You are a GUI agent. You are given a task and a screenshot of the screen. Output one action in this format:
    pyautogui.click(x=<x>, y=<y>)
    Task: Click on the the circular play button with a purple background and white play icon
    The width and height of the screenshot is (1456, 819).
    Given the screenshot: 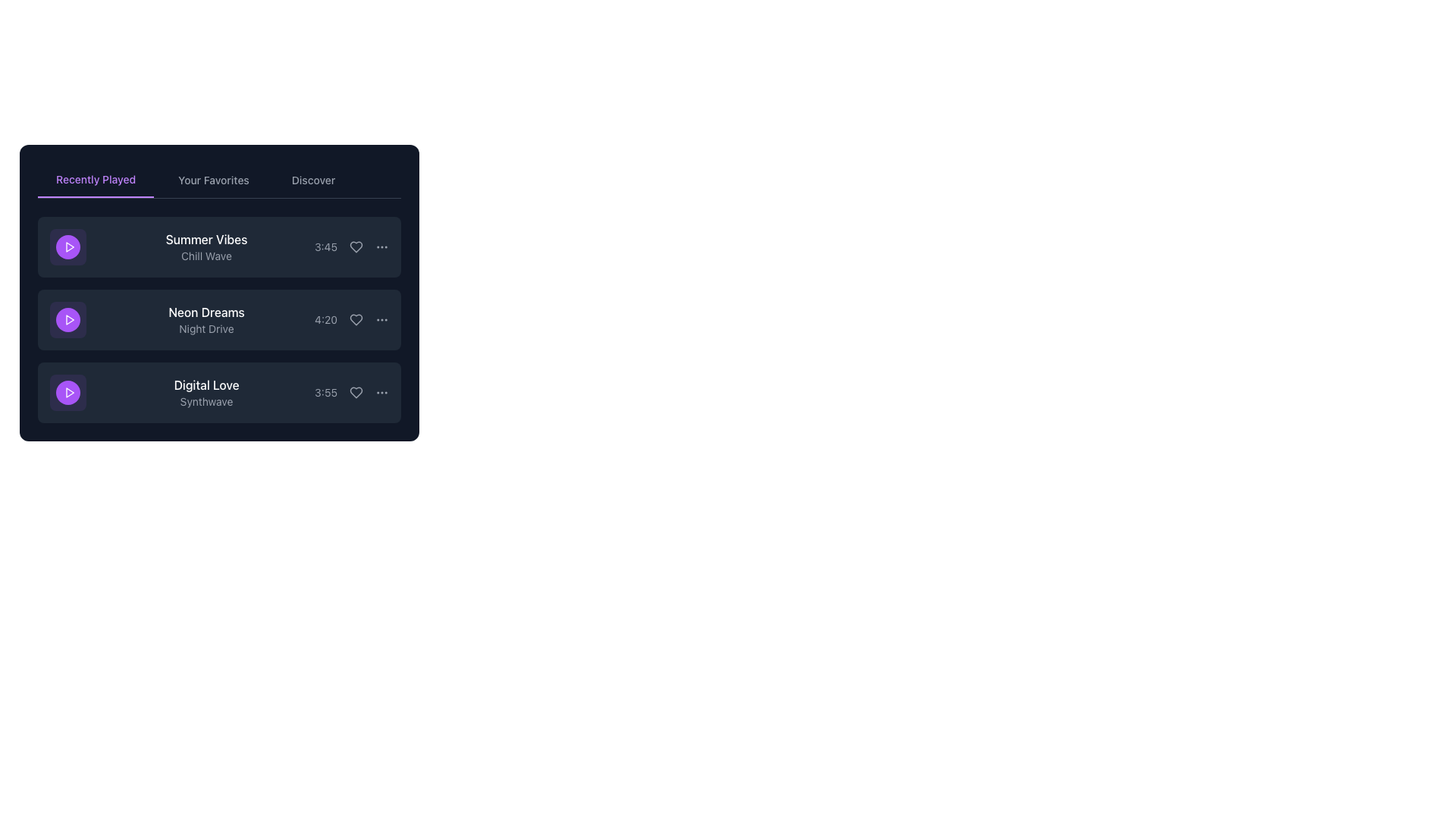 What is the action you would take?
    pyautogui.click(x=67, y=391)
    